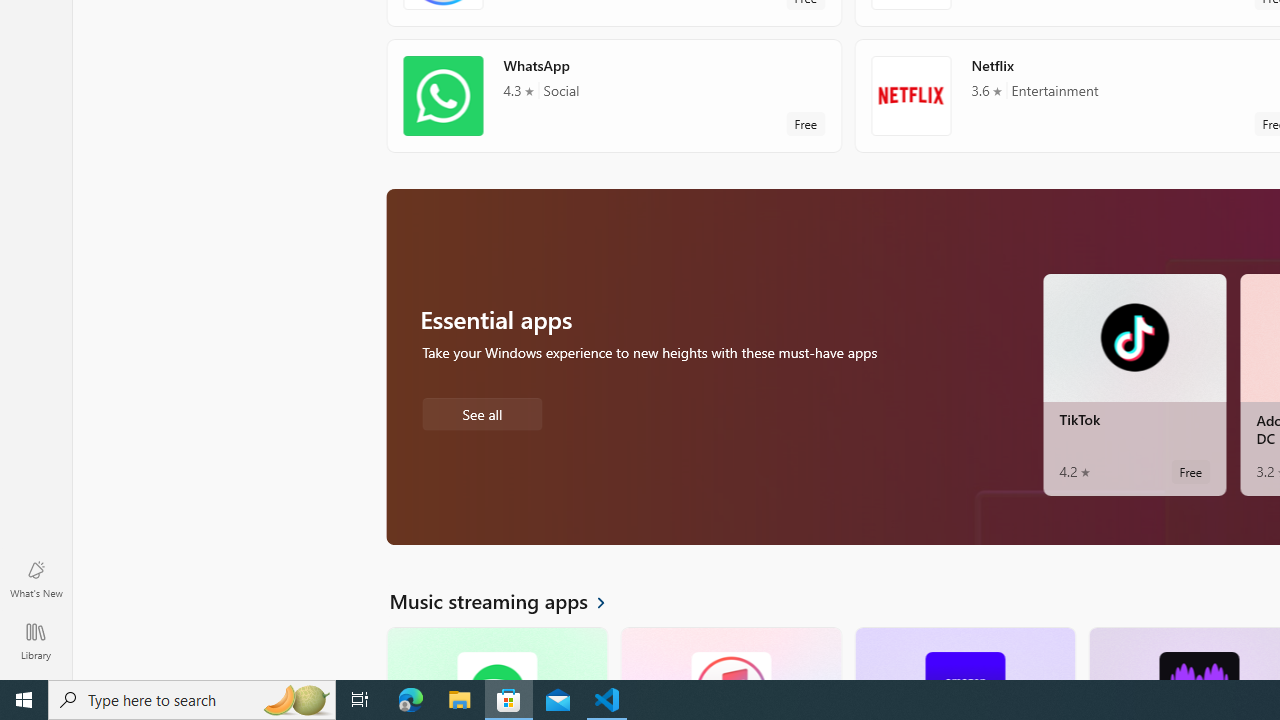 The height and width of the screenshot is (720, 1280). Describe the element at coordinates (509, 599) in the screenshot. I see `'See all  Music streaming apps'` at that location.